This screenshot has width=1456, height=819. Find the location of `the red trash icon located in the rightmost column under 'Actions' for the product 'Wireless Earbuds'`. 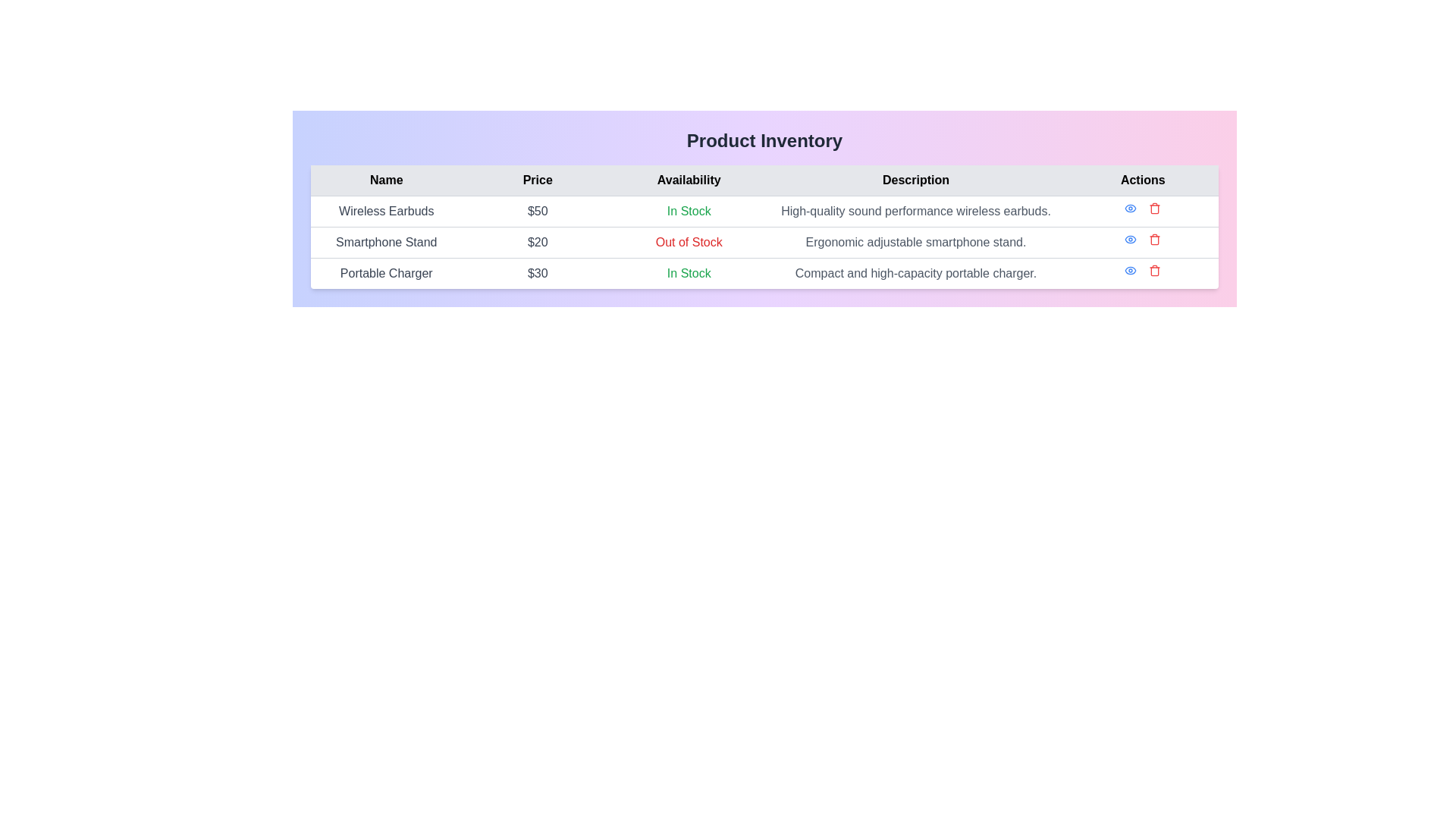

the red trash icon located in the rightmost column under 'Actions' for the product 'Wireless Earbuds' is located at coordinates (1143, 208).